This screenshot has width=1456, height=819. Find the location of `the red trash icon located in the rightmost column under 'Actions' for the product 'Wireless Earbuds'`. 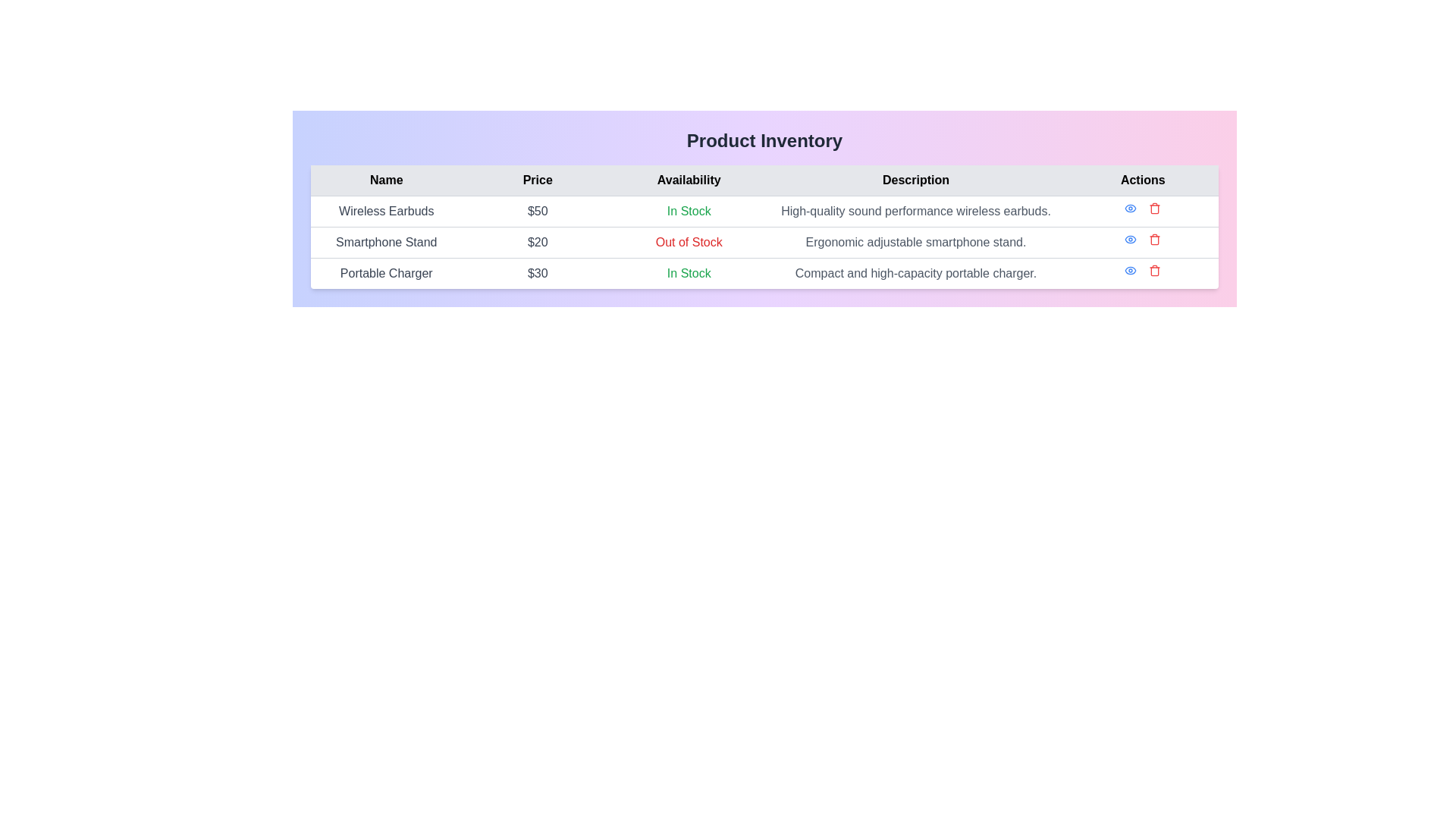

the red trash icon located in the rightmost column under 'Actions' for the product 'Wireless Earbuds' is located at coordinates (1143, 208).